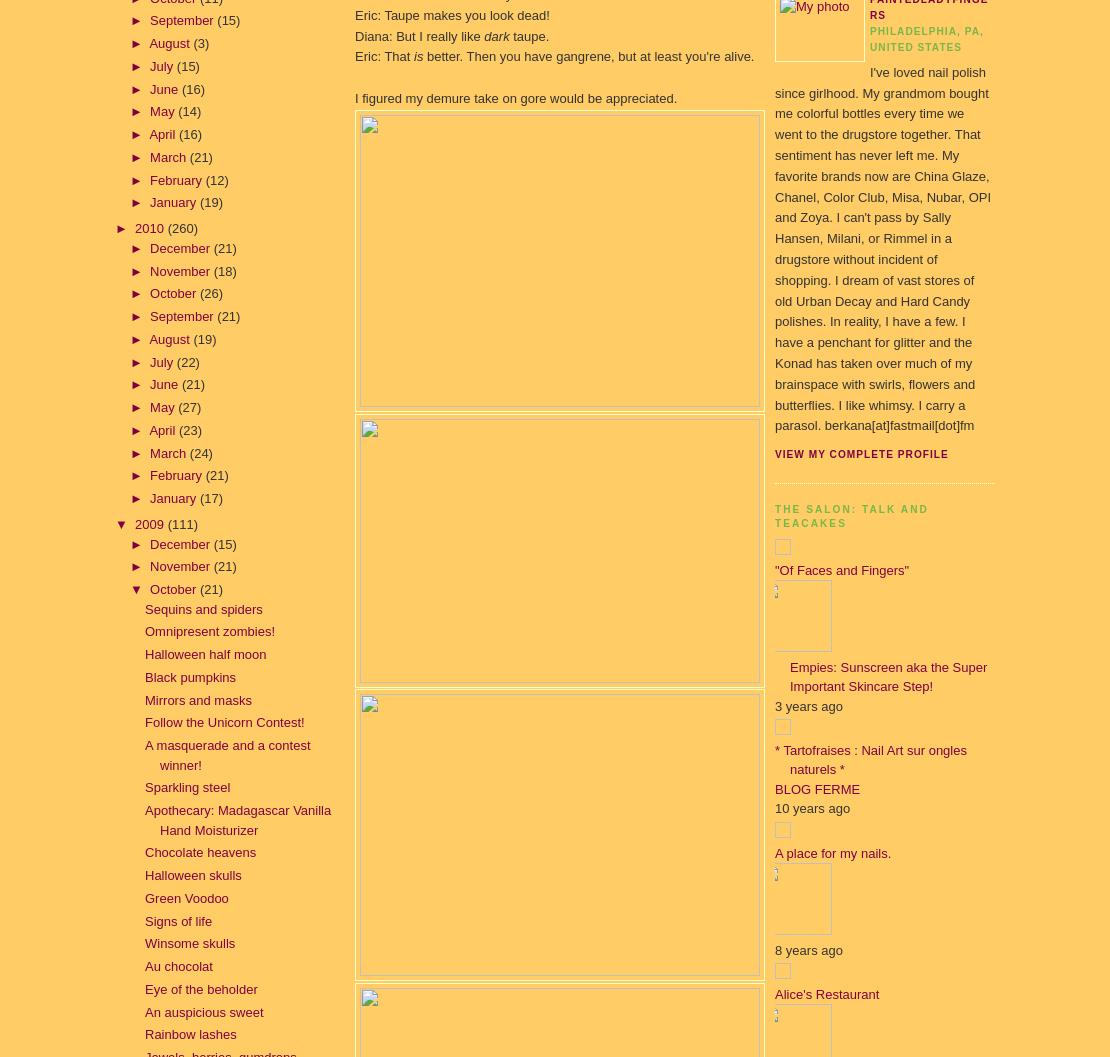 This screenshot has width=1110, height=1057. Describe the element at coordinates (200, 987) in the screenshot. I see `'Eye of the beholder'` at that location.